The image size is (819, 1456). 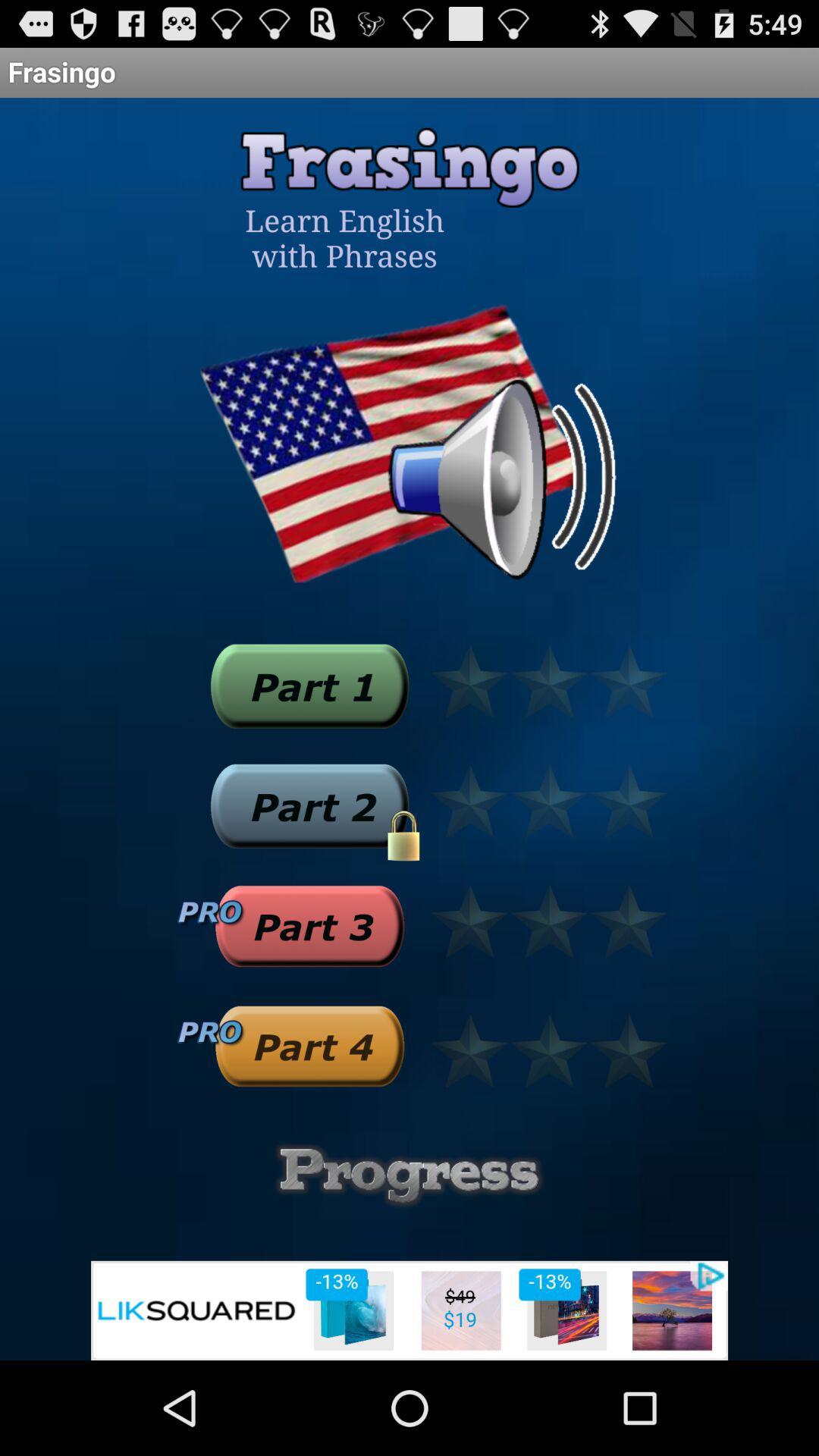 I want to click on the sliders icon, so click(x=409, y=1258).